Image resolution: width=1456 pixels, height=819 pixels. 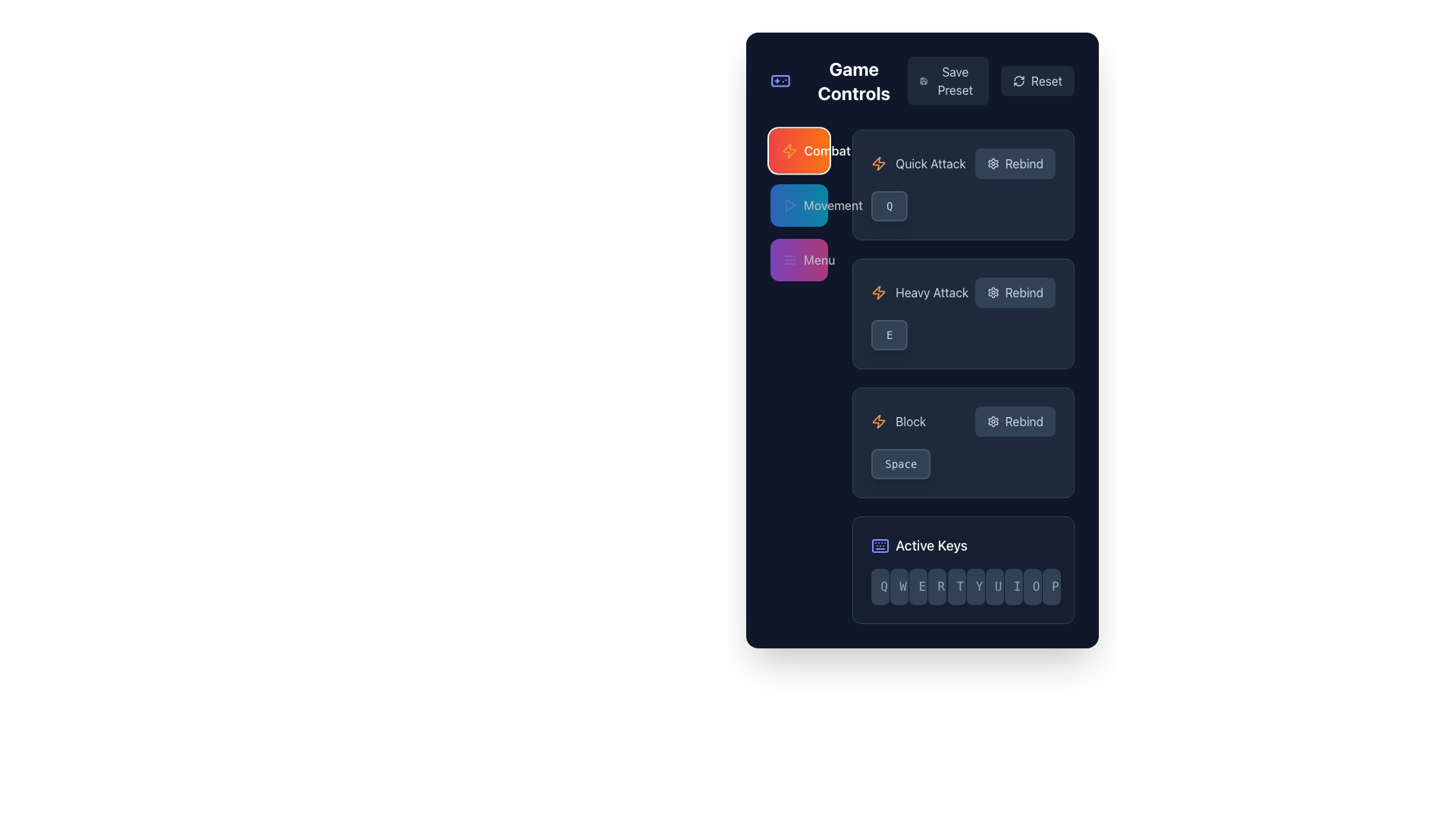 I want to click on the rectangular button with a gray background and rounded corners, displaying the uppercase letter 'E' in light gray font, located in the 'Heavy Attack' section, left of the 'Rebind' button, so click(x=890, y=334).